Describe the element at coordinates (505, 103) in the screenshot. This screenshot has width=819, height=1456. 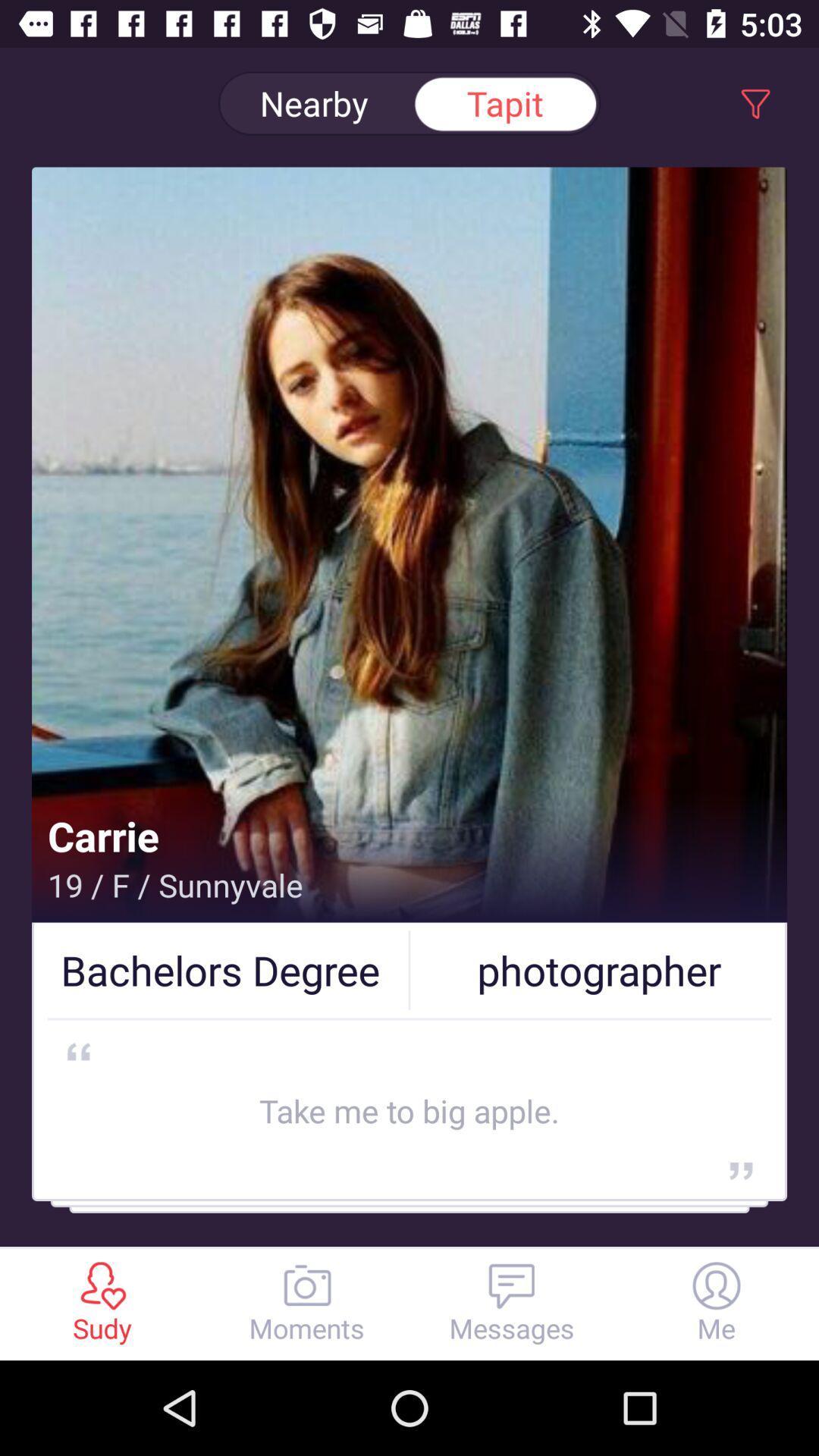
I see `tapit` at that location.